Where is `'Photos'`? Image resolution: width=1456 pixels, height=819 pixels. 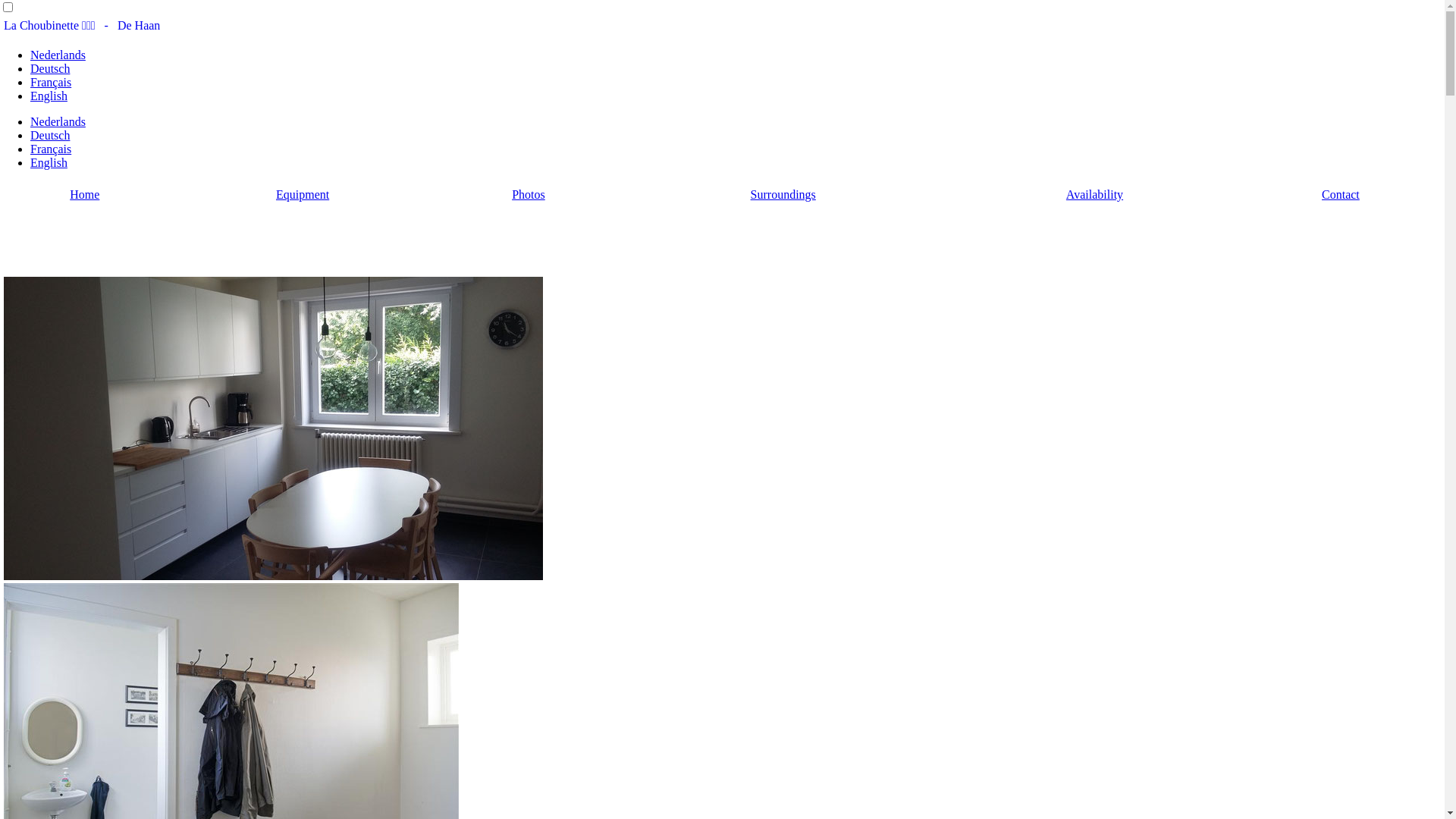
'Photos' is located at coordinates (528, 193).